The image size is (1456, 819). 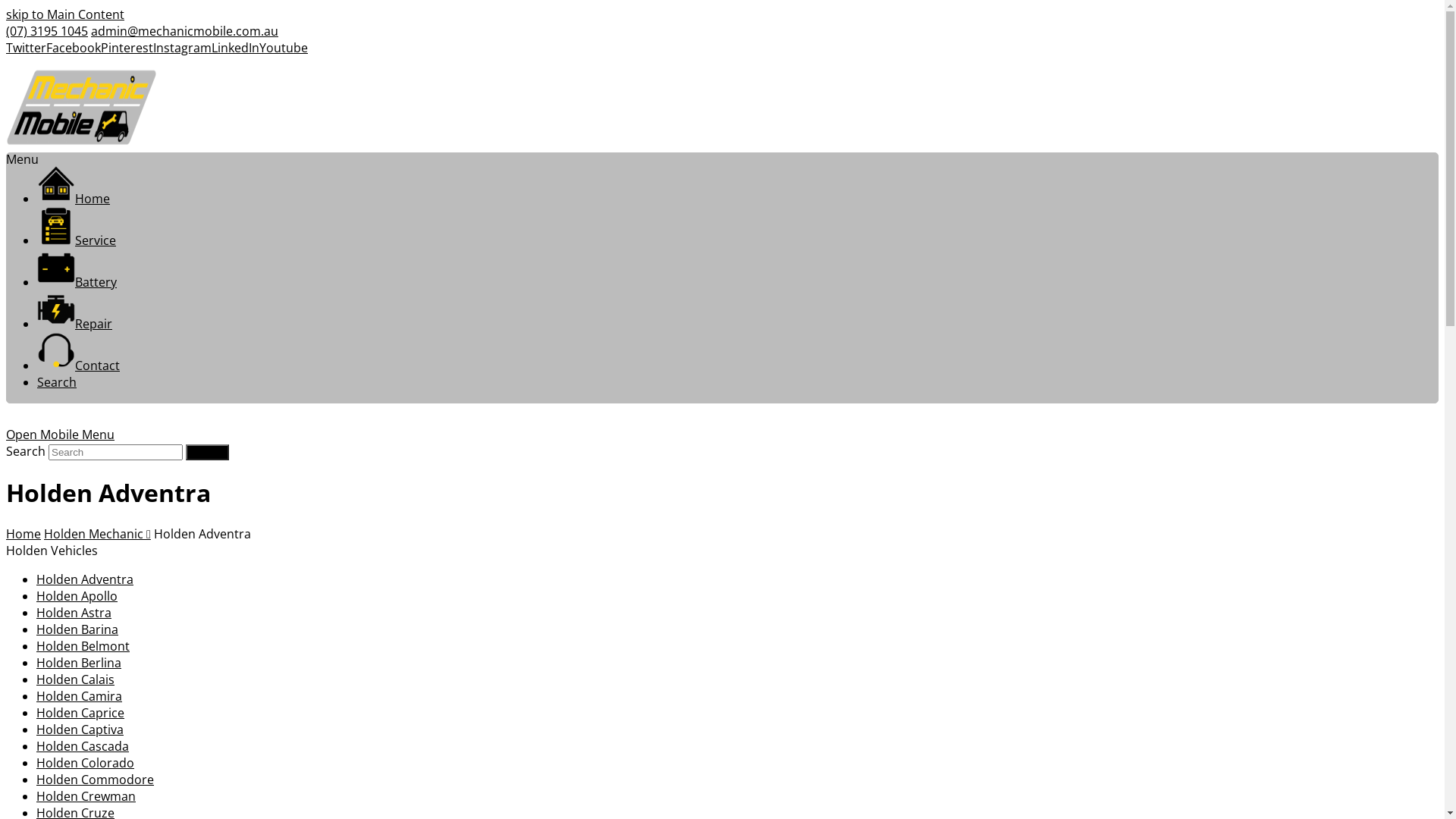 What do you see at coordinates (76, 629) in the screenshot?
I see `'Holden Barina'` at bounding box center [76, 629].